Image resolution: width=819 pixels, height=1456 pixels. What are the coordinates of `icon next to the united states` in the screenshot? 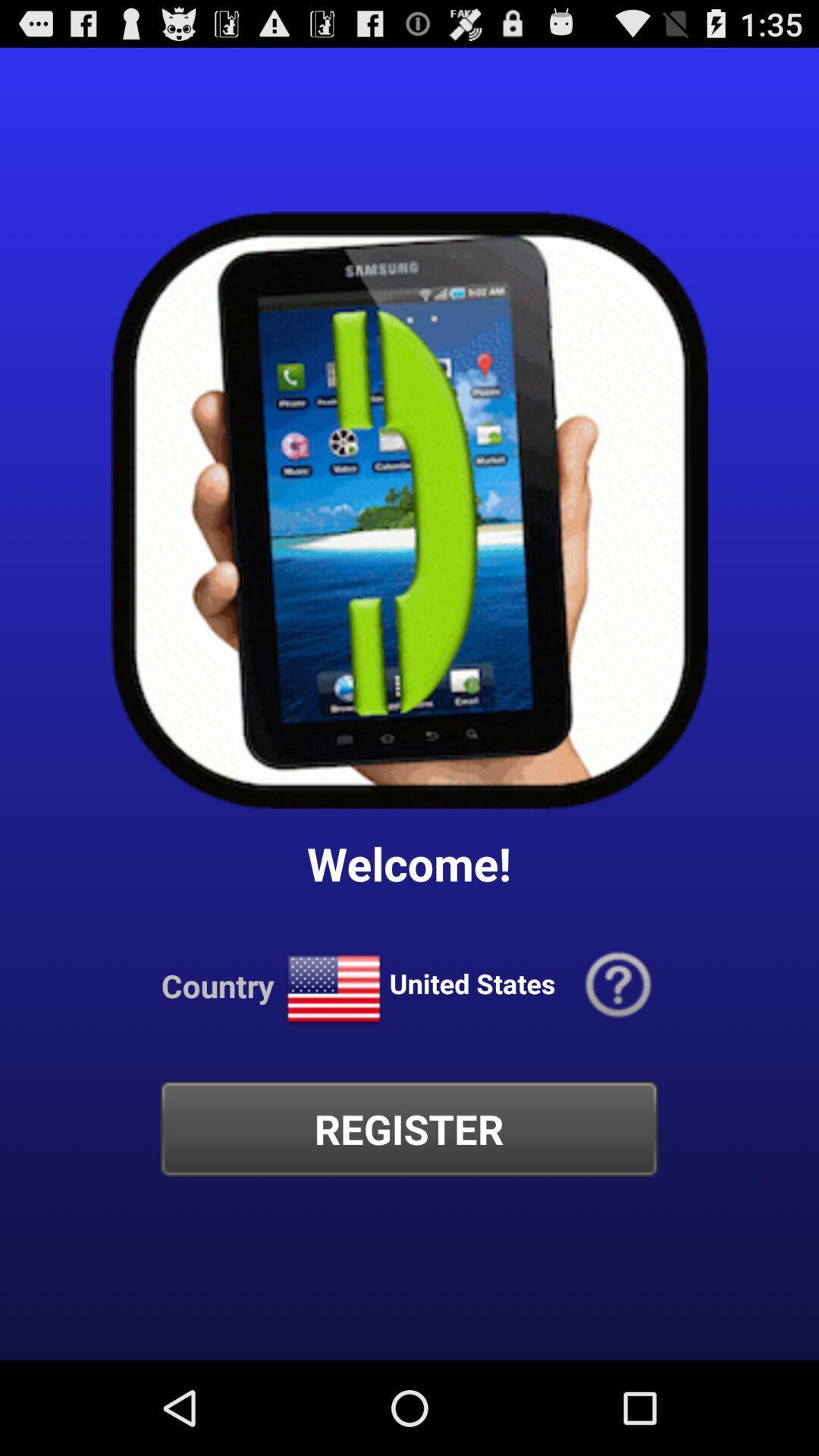 It's located at (333, 990).